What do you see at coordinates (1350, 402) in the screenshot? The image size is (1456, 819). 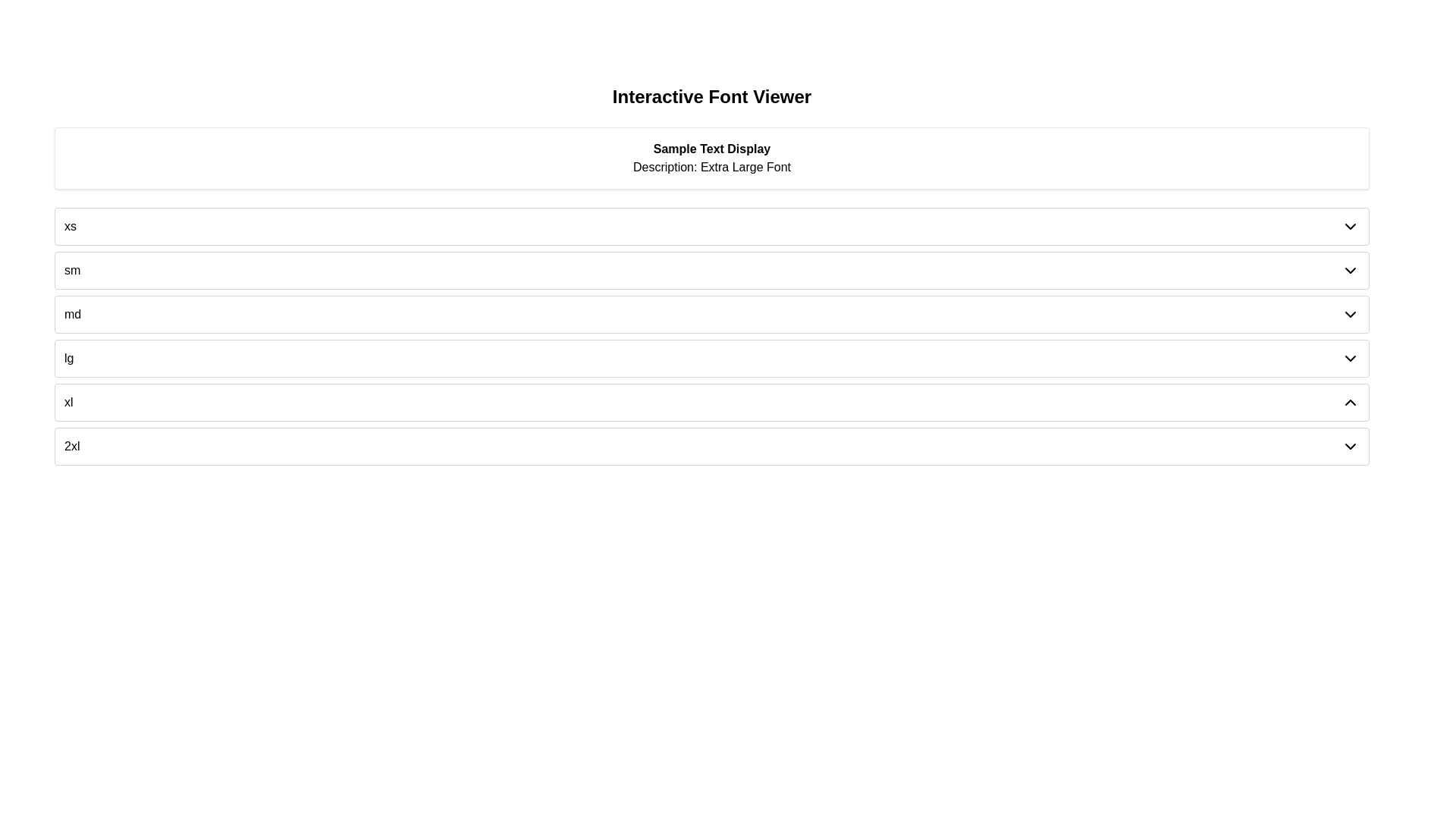 I see `the collapse arrow icon located at the far right of the dropdown button labeled 'xl'` at bounding box center [1350, 402].